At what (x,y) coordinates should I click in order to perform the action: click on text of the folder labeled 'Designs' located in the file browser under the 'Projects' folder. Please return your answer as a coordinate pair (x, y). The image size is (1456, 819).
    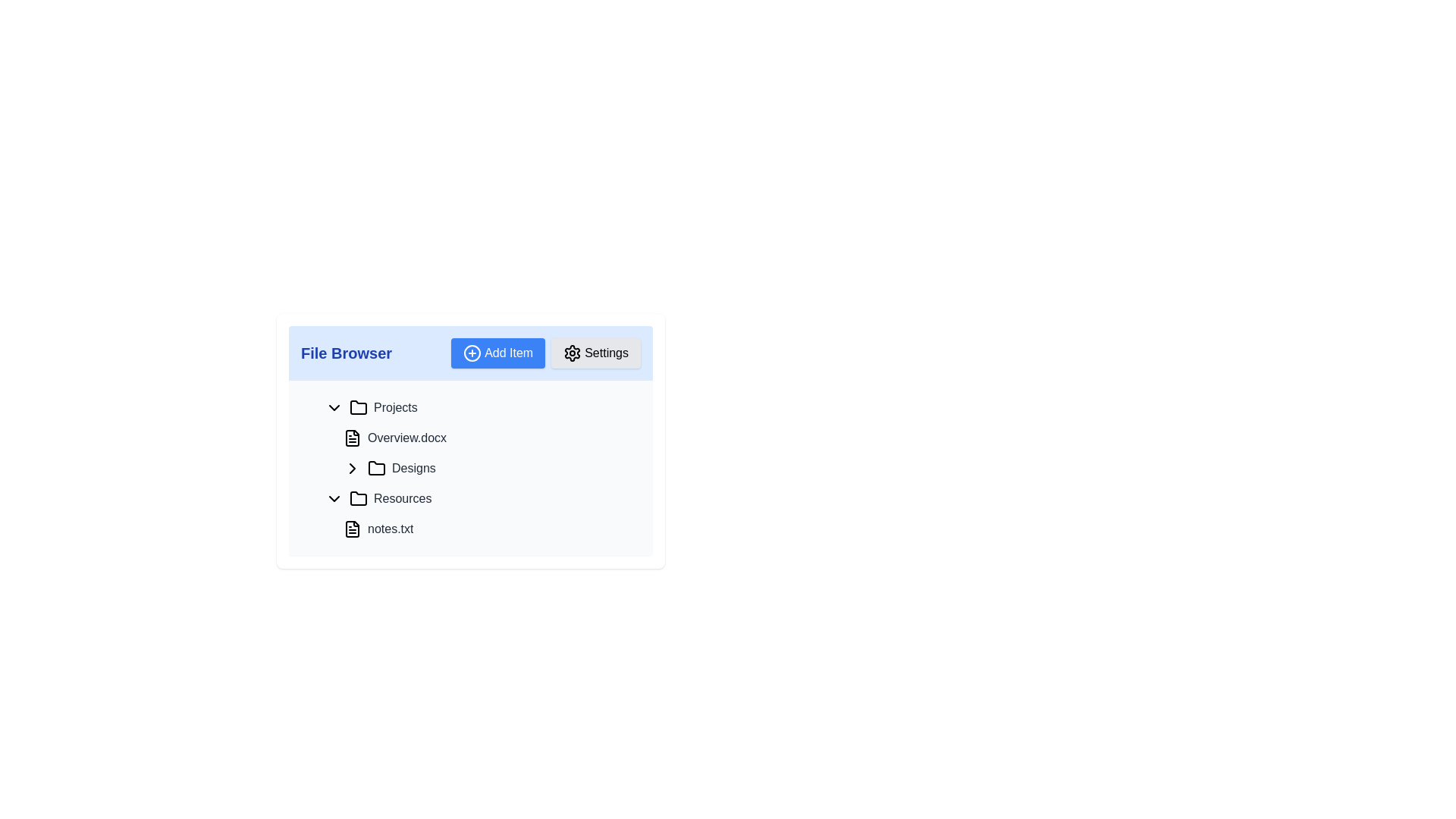
    Looking at the image, I should click on (413, 467).